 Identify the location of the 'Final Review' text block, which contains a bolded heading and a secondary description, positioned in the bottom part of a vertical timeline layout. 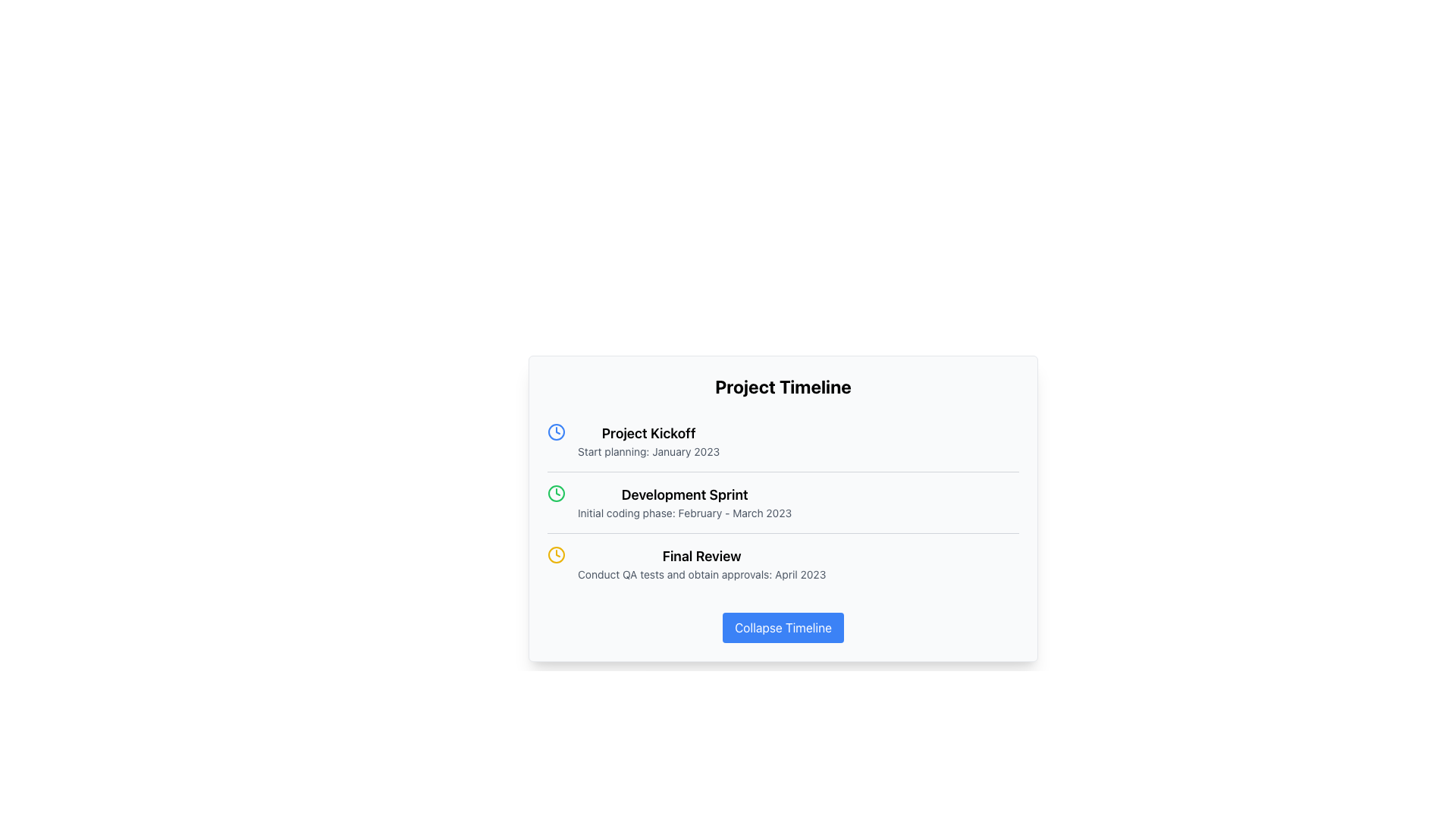
(701, 564).